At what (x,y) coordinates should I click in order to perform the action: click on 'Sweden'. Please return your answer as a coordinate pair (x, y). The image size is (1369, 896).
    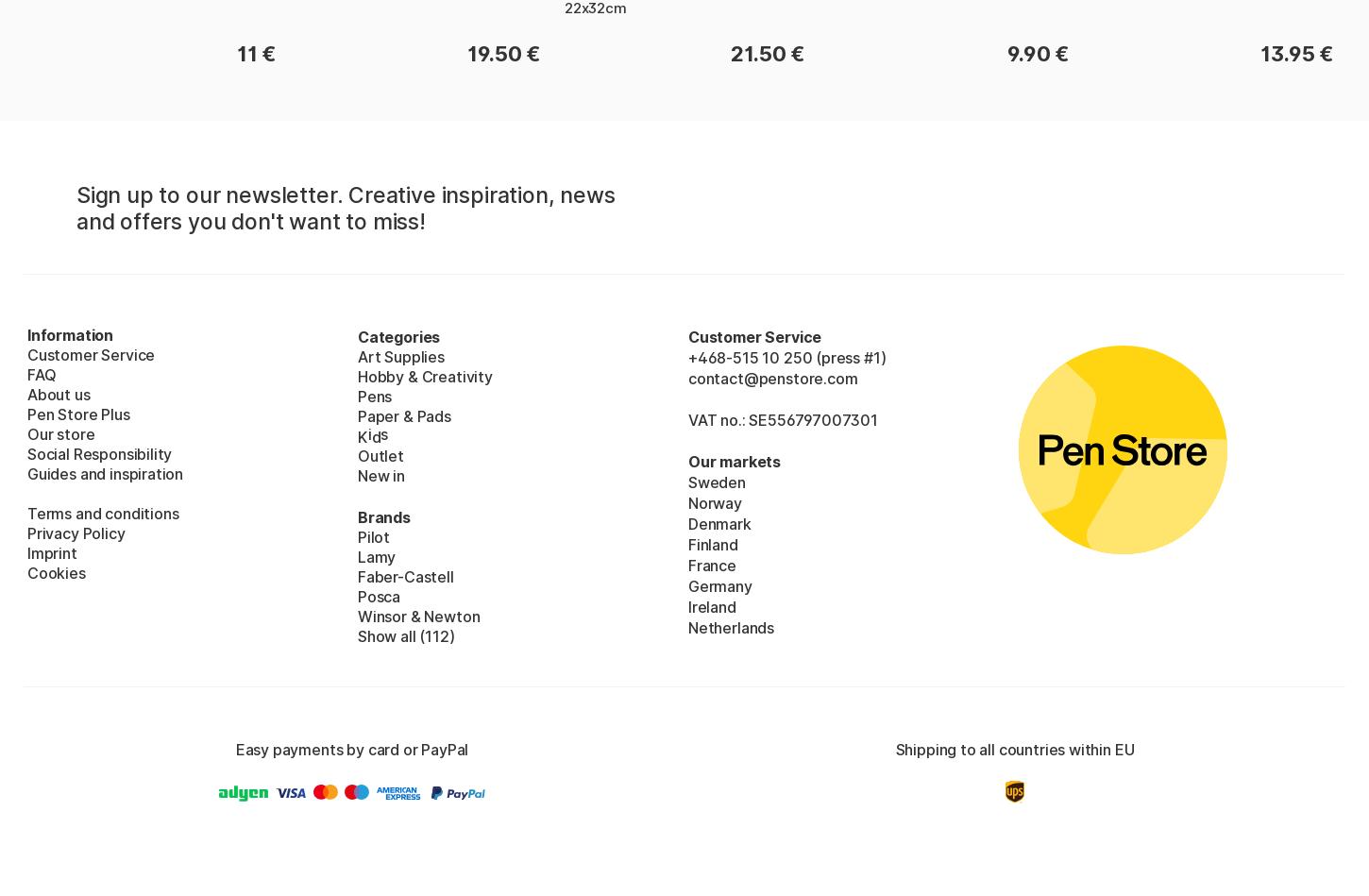
    Looking at the image, I should click on (716, 480).